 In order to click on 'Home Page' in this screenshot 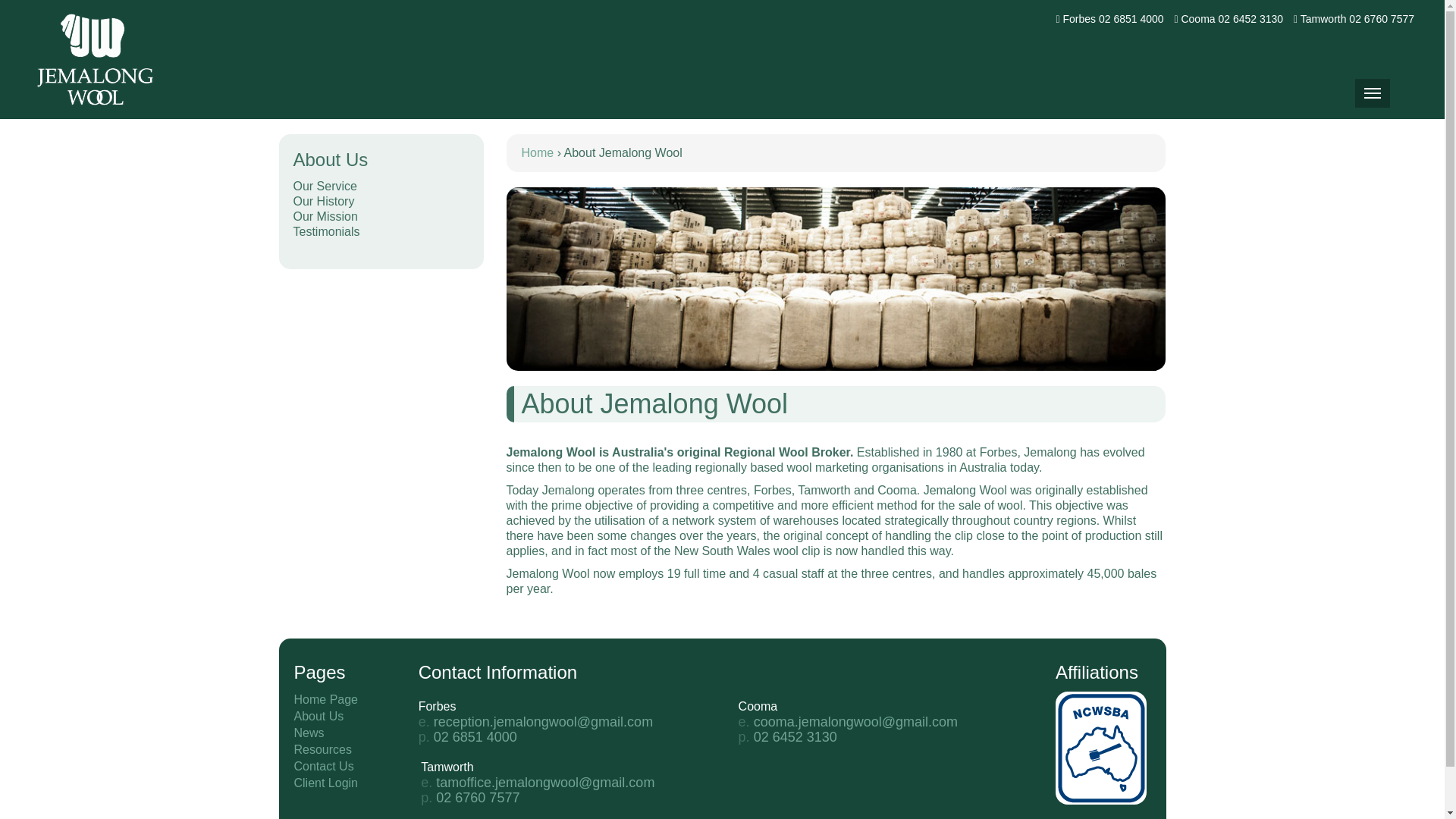, I will do `click(325, 699)`.